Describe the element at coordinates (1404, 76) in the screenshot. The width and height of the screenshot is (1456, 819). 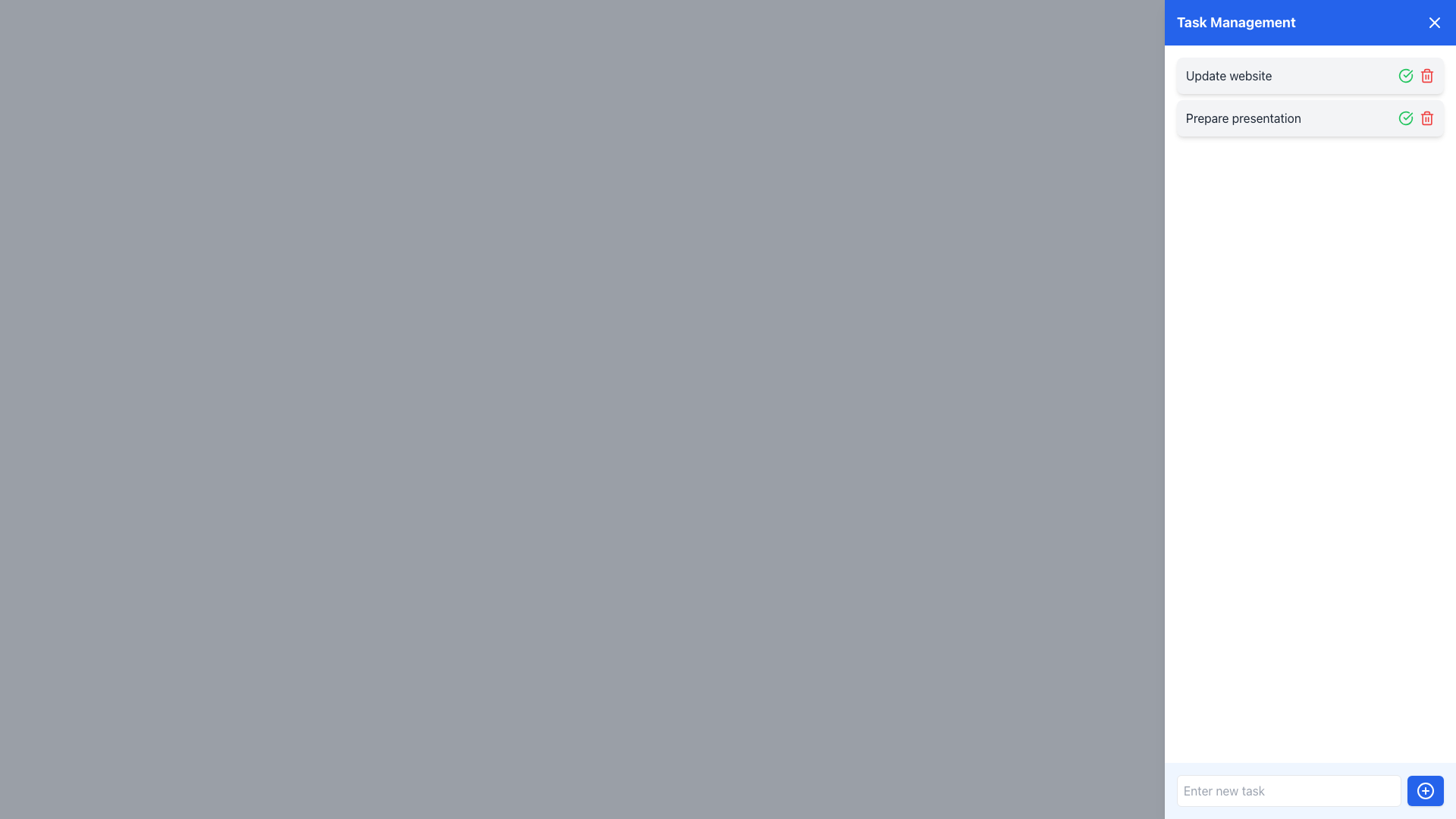
I see `the leftmost icon in the row for the 'Prepare presentation' task in the 'Task Management' panel` at that location.